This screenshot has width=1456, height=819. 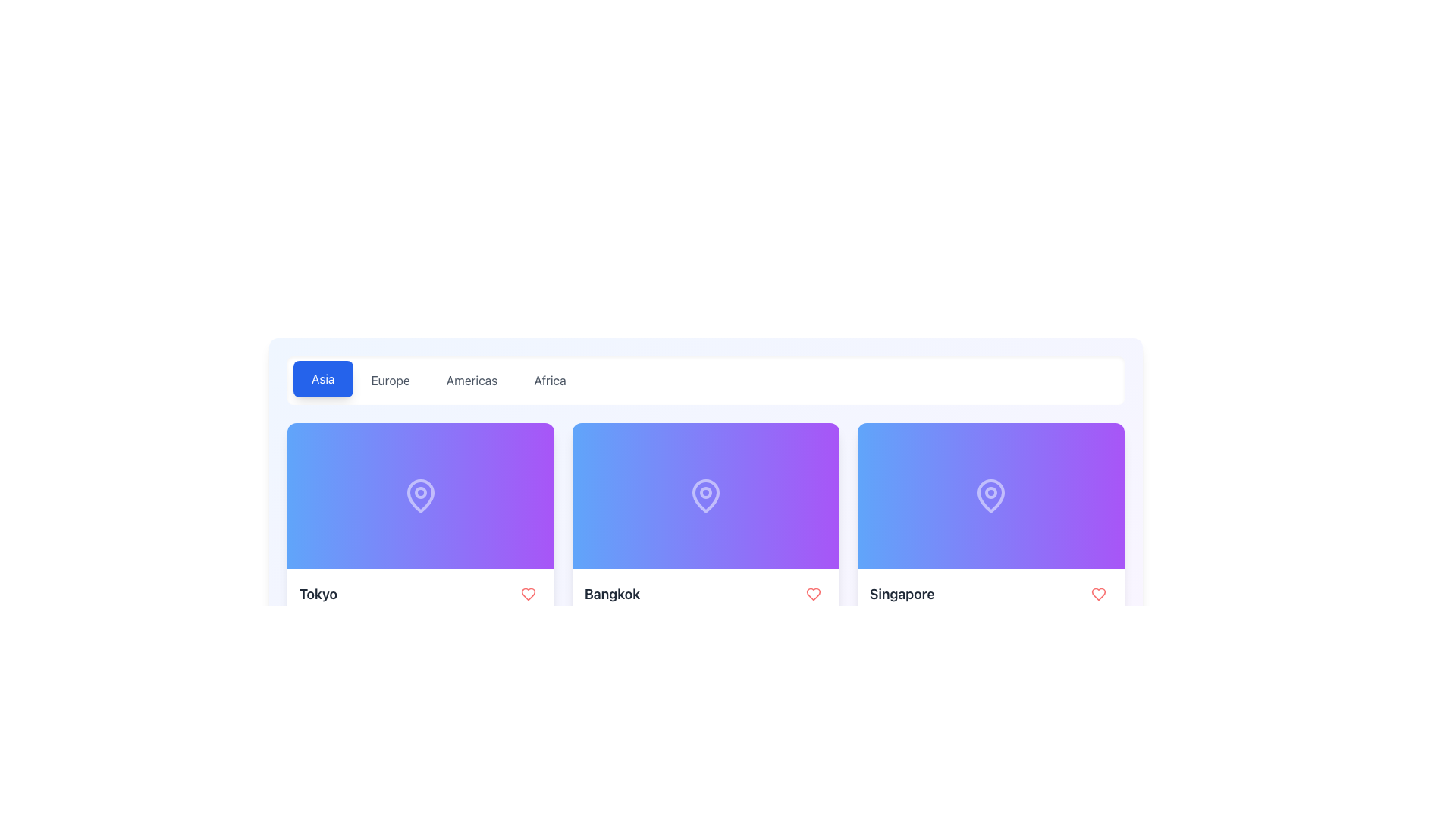 I want to click on the heart-shaped icon at the bottom-right corner of the 'Bangkok' card to mark the item as liked or favorited, so click(x=813, y=593).